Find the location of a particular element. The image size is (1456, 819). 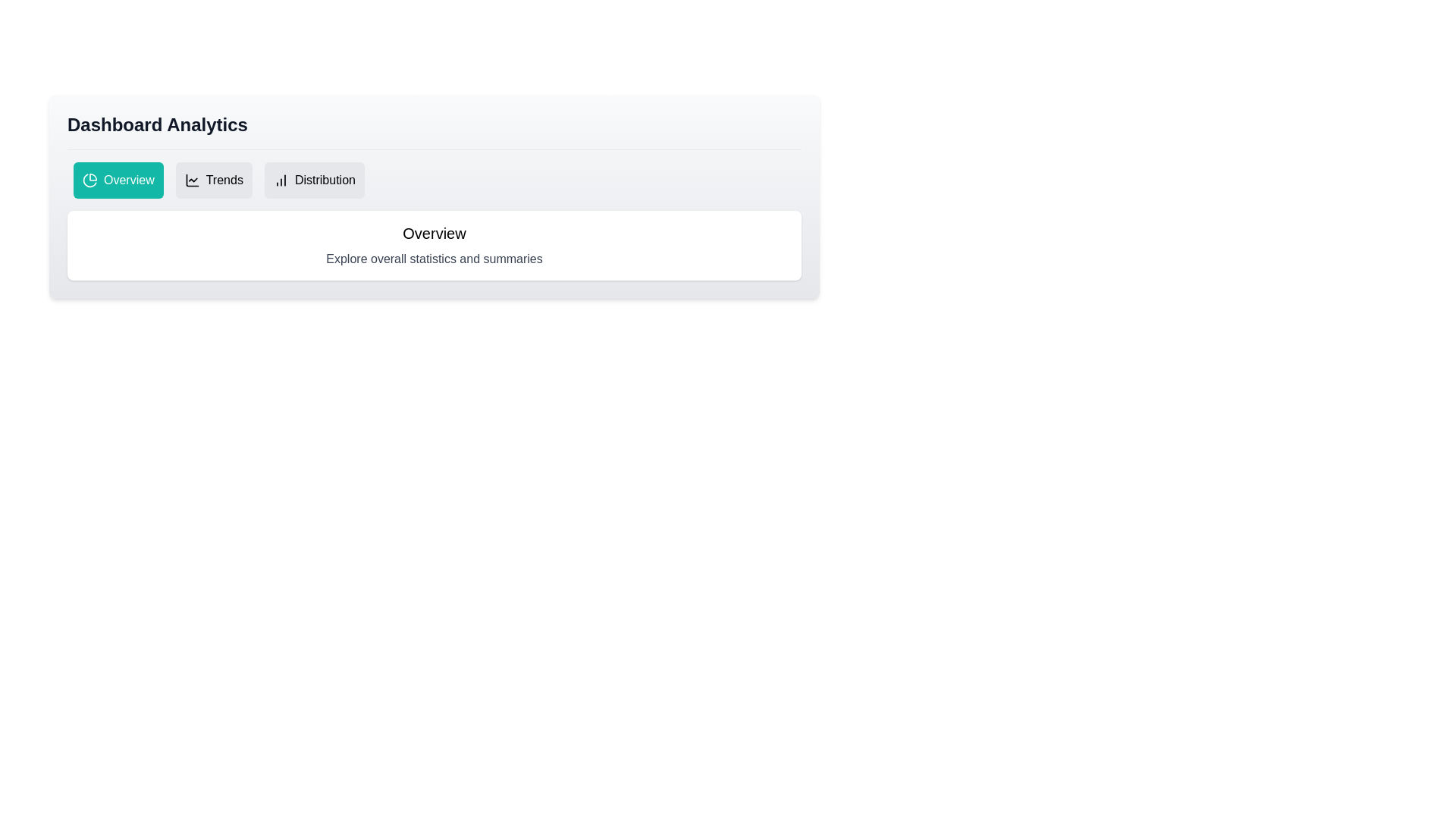

the Overview tab by clicking on its respective button is located at coordinates (118, 180).